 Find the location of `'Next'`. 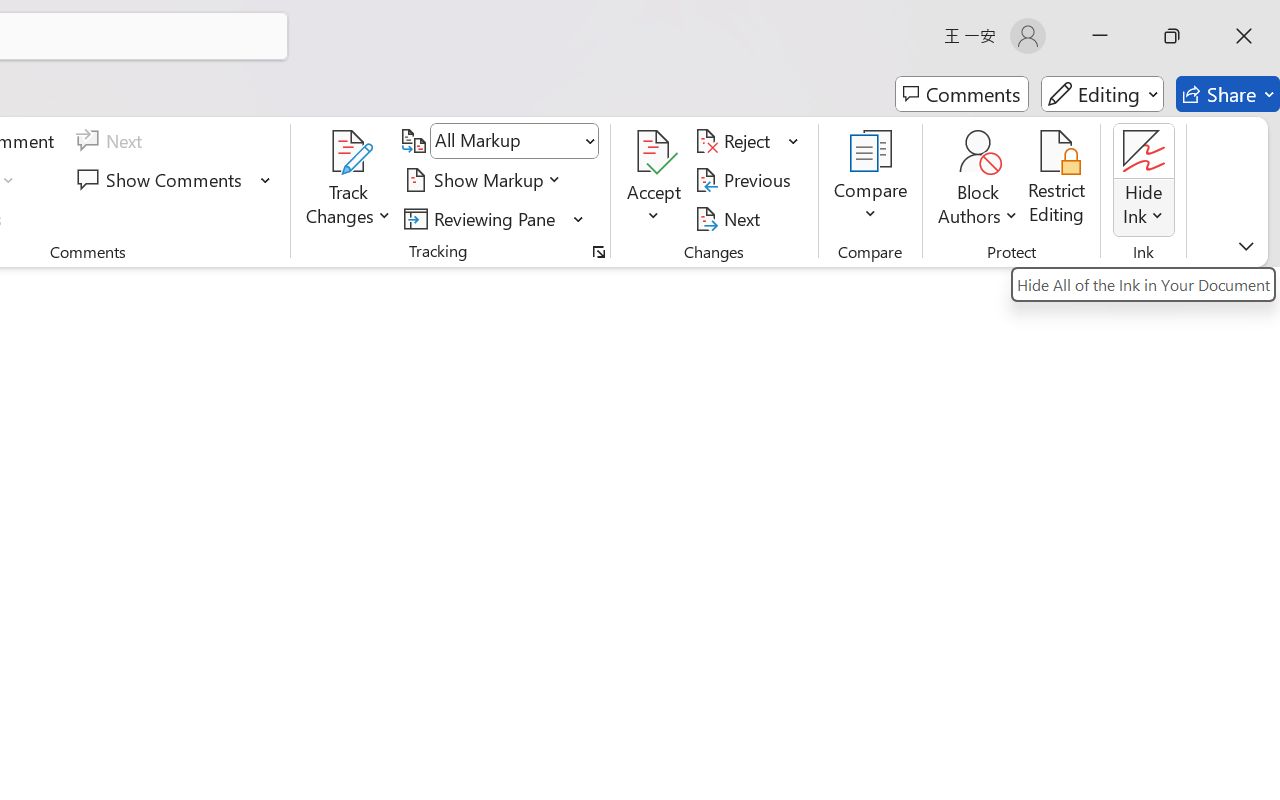

'Next' is located at coordinates (729, 218).